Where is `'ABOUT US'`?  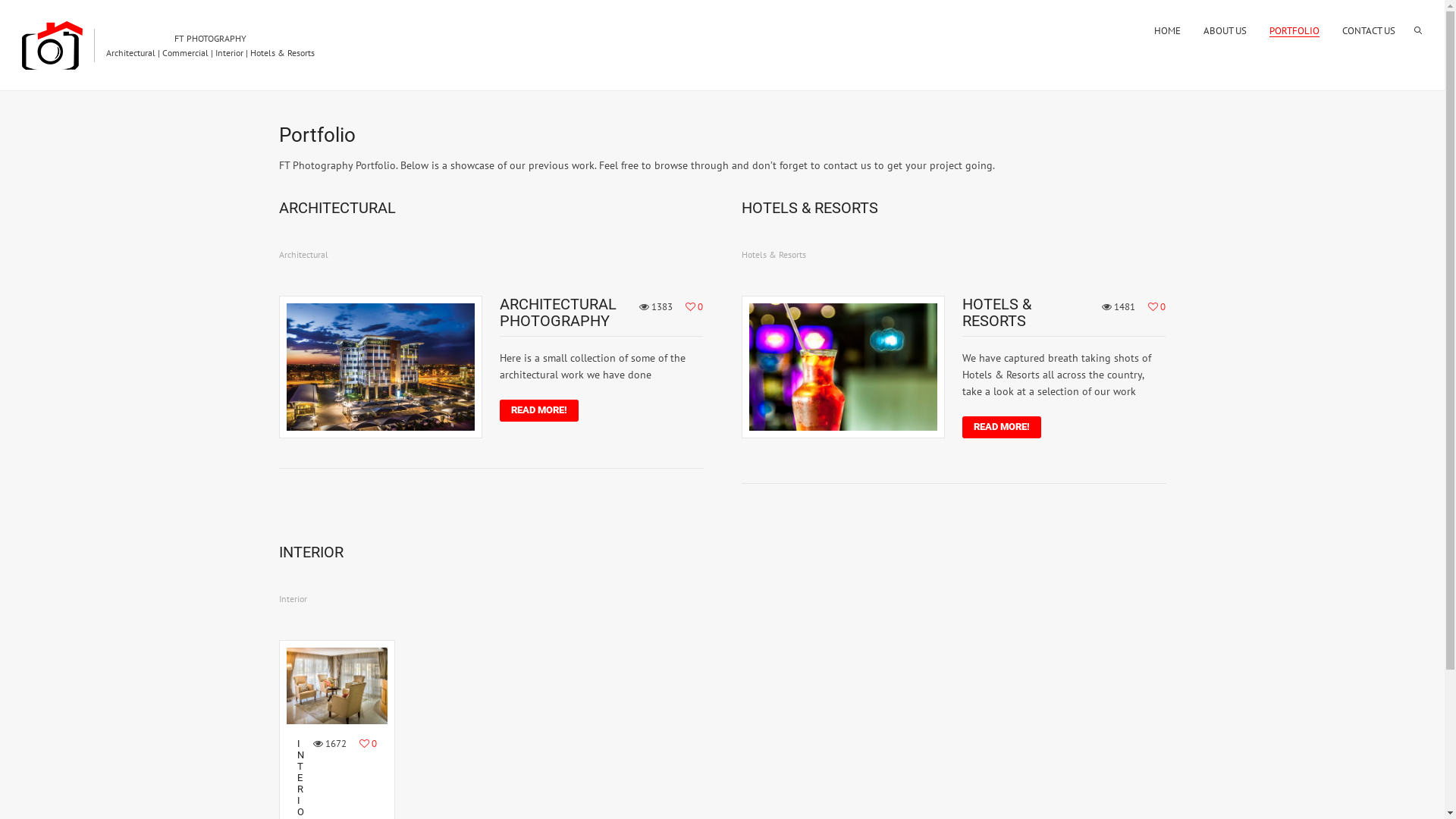 'ABOUT US' is located at coordinates (1203, 30).